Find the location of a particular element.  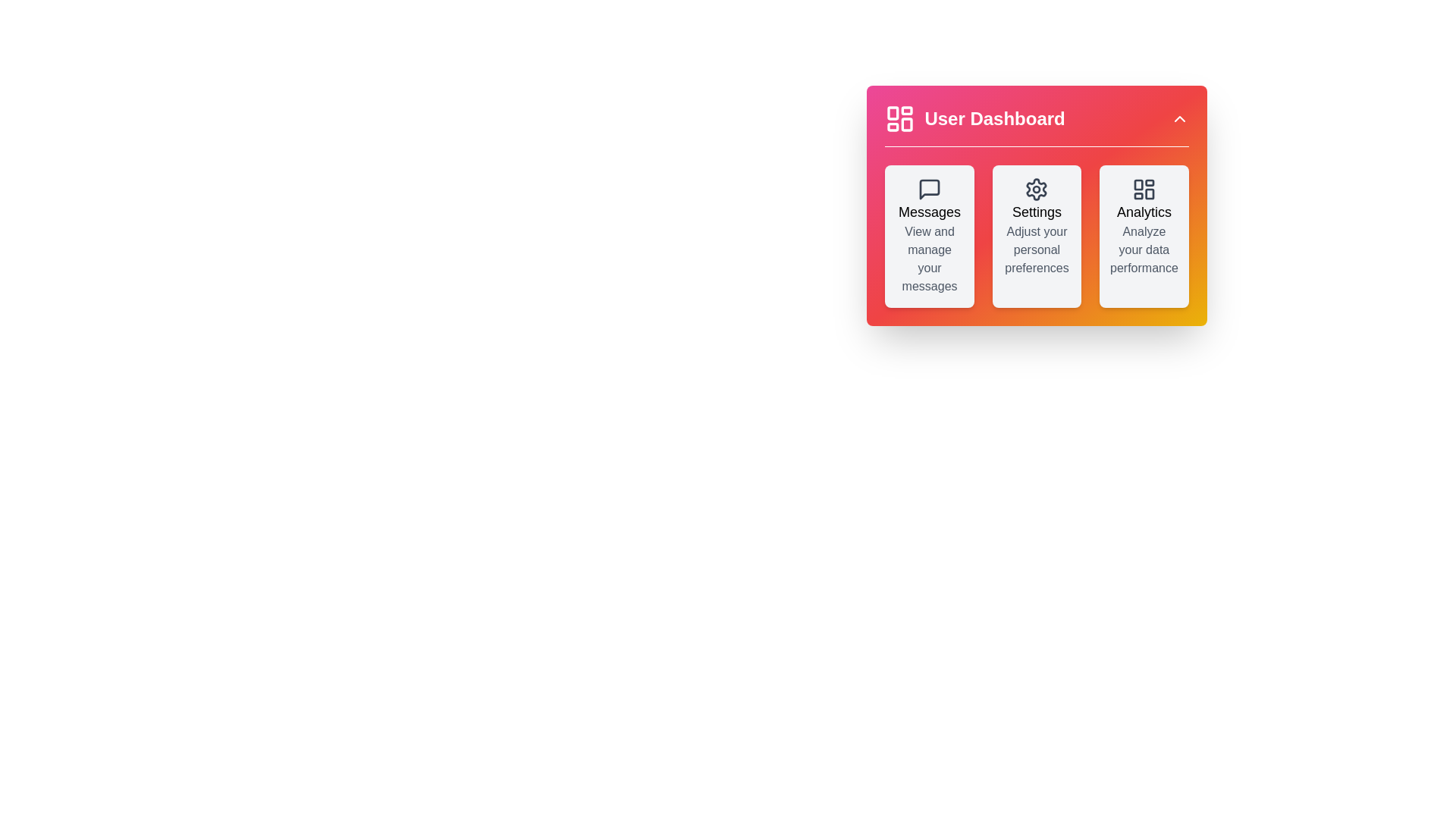

the upward-pointing triangle SVG icon located at the top-right corner of the dashboard header to trigger its hover effects is located at coordinates (1178, 118).